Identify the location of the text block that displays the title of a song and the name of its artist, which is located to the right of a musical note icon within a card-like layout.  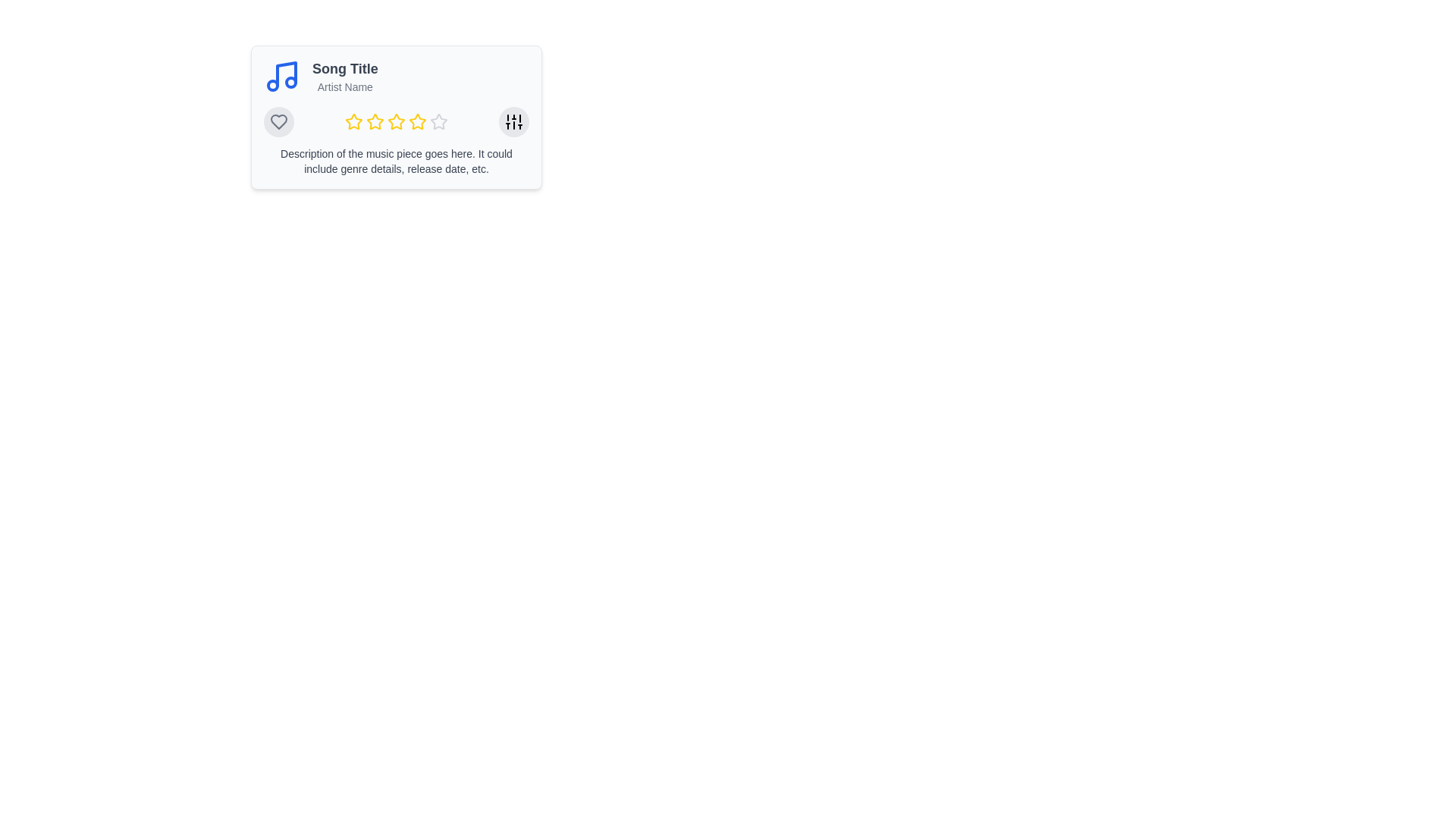
(344, 76).